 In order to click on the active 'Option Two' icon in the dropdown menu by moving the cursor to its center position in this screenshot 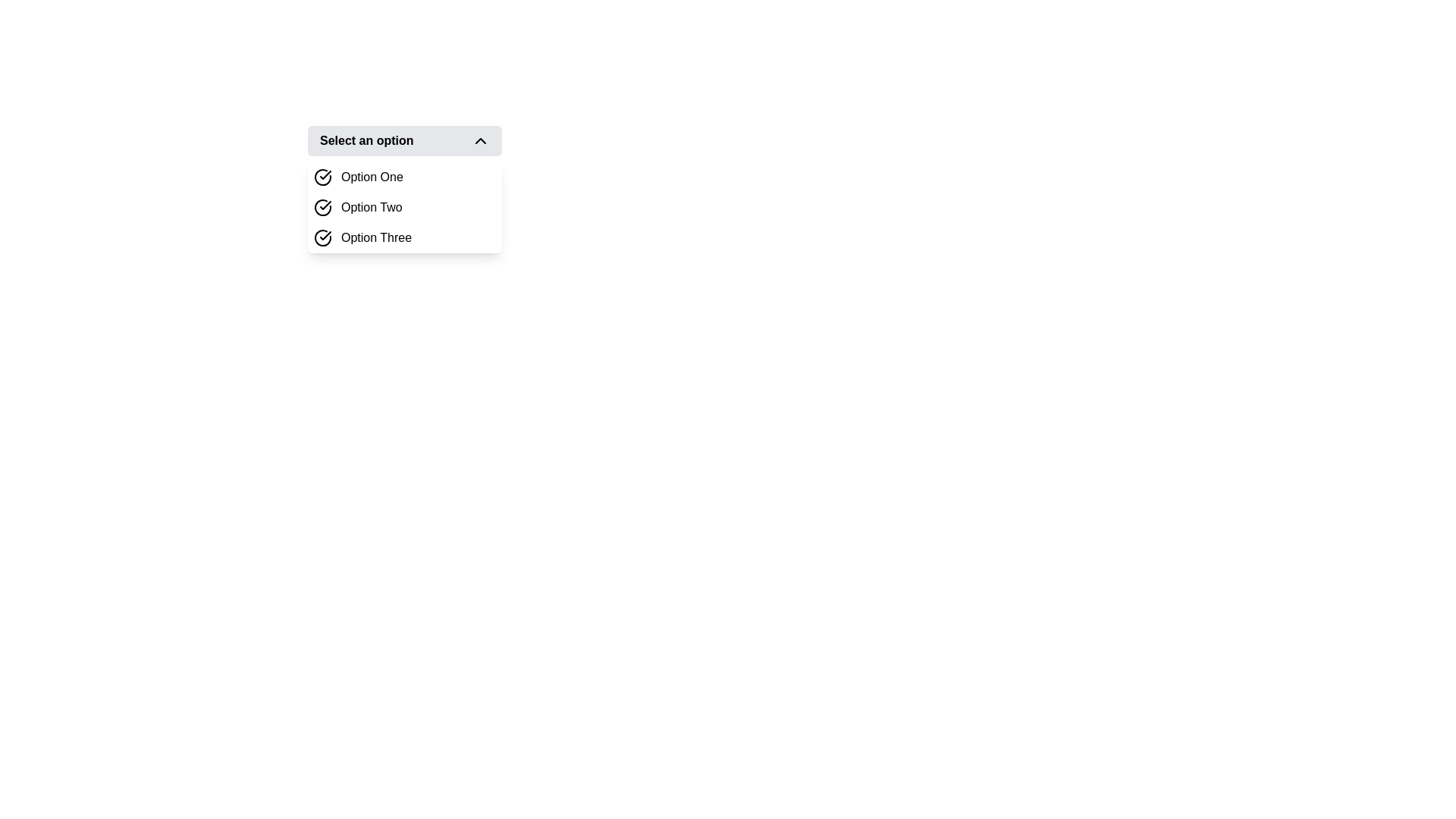, I will do `click(325, 205)`.